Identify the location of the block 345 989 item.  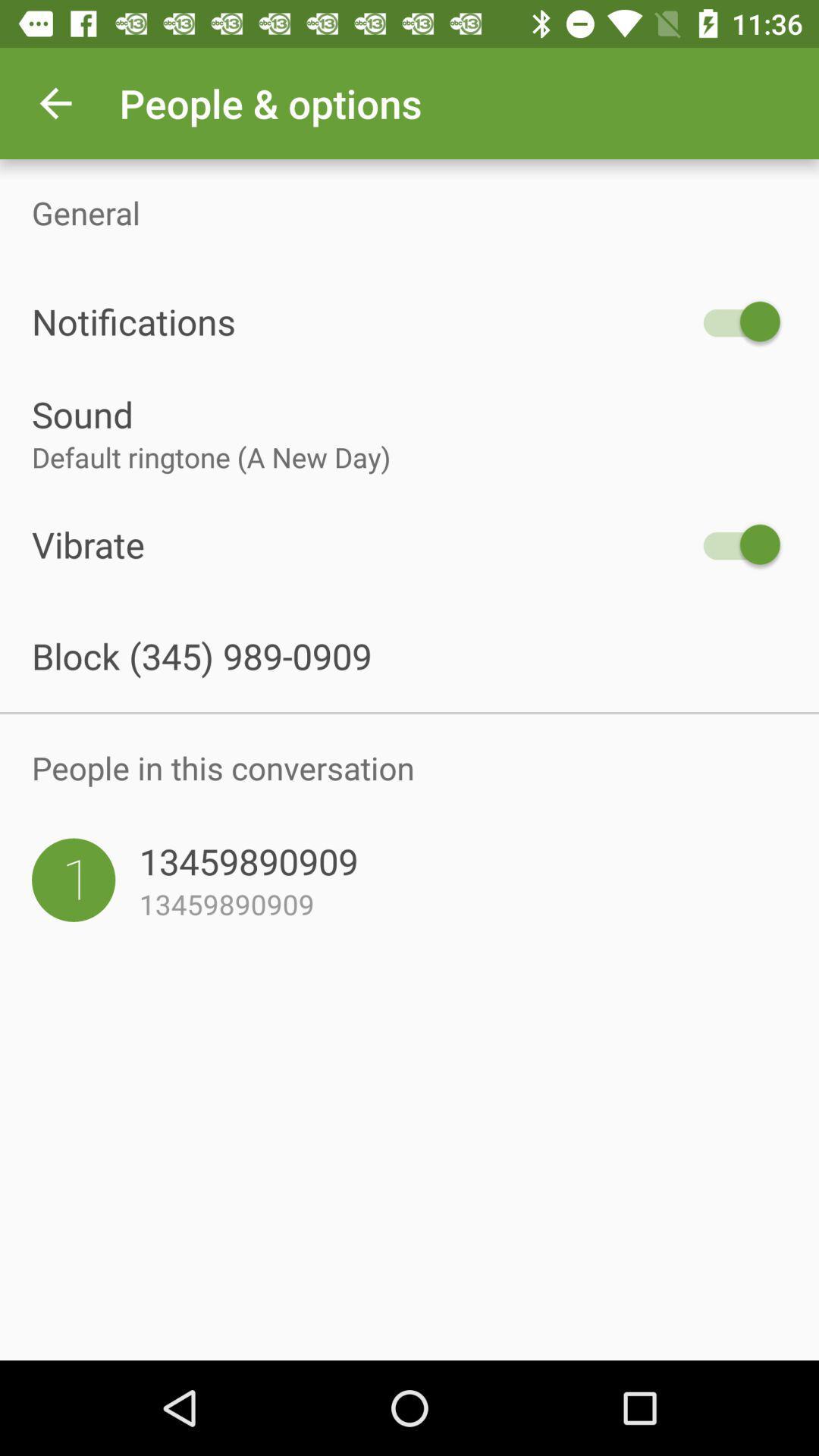
(409, 656).